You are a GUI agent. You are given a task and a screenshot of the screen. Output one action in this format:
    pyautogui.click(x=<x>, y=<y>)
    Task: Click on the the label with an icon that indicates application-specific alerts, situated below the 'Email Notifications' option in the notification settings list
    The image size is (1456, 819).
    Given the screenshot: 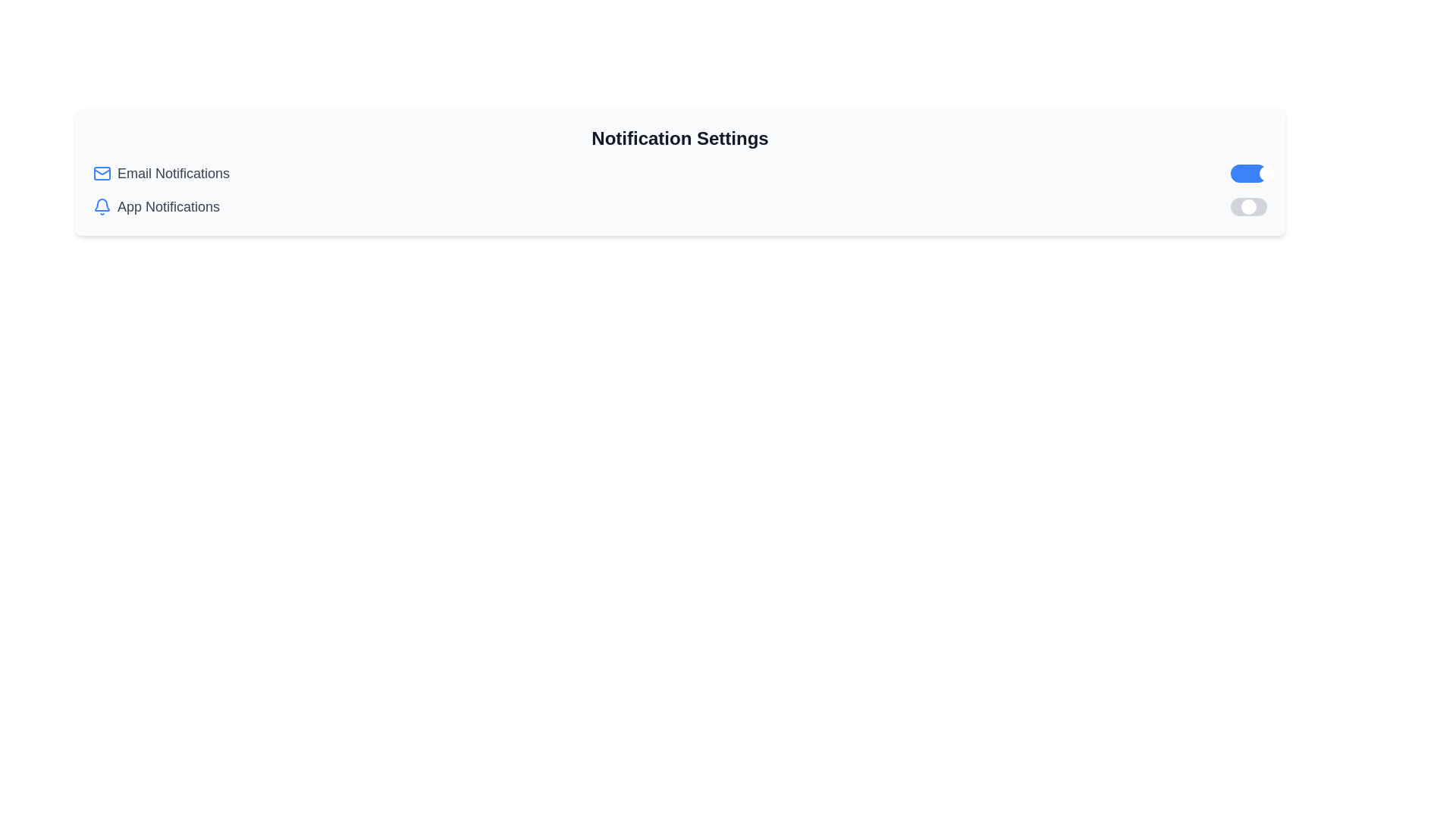 What is the action you would take?
    pyautogui.click(x=156, y=207)
    